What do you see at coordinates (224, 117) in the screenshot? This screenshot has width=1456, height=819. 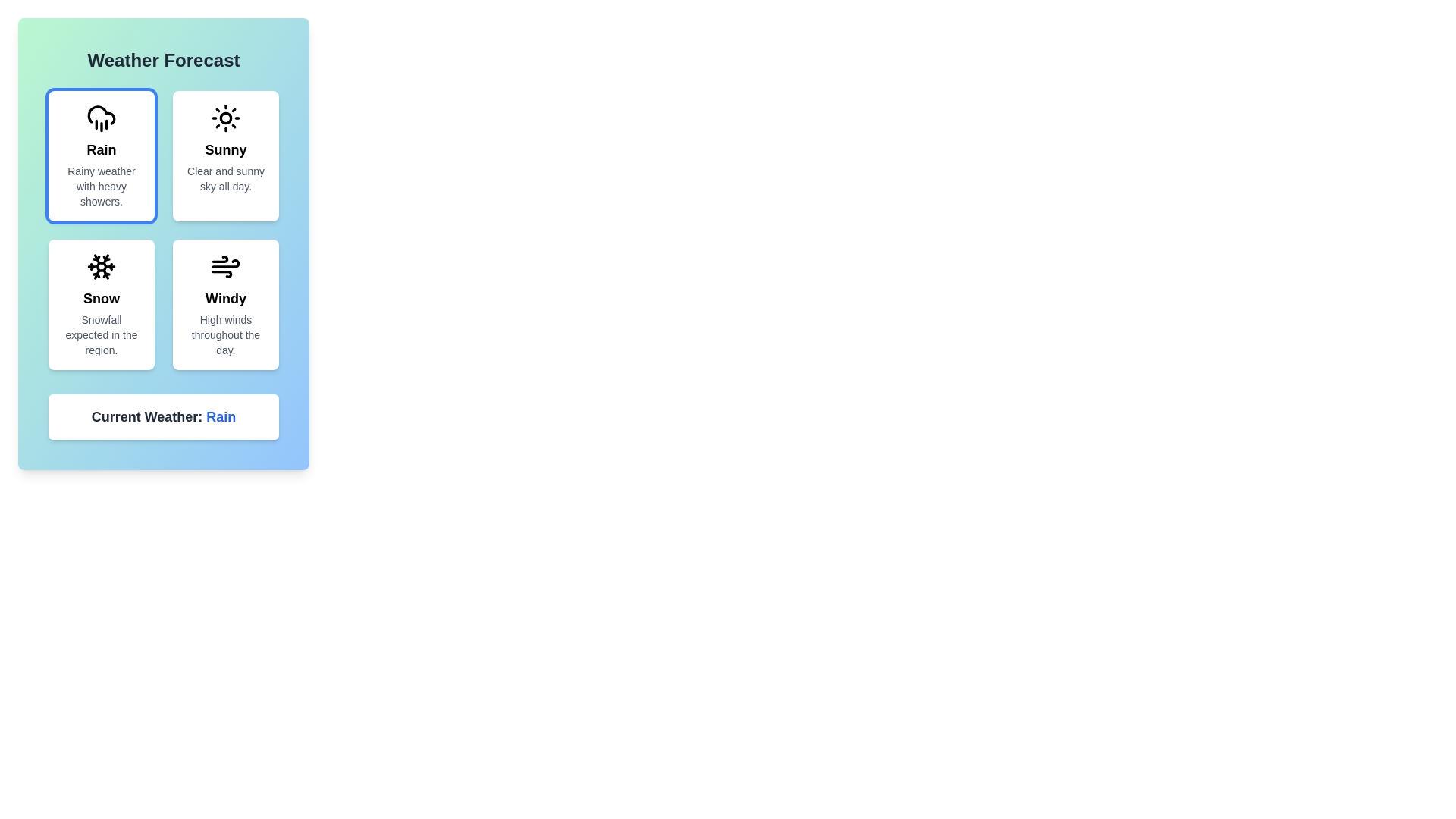 I see `the central hollow circle of the sun icon within the Sunny card located in the upper row of the weather forecast interface` at bounding box center [224, 117].